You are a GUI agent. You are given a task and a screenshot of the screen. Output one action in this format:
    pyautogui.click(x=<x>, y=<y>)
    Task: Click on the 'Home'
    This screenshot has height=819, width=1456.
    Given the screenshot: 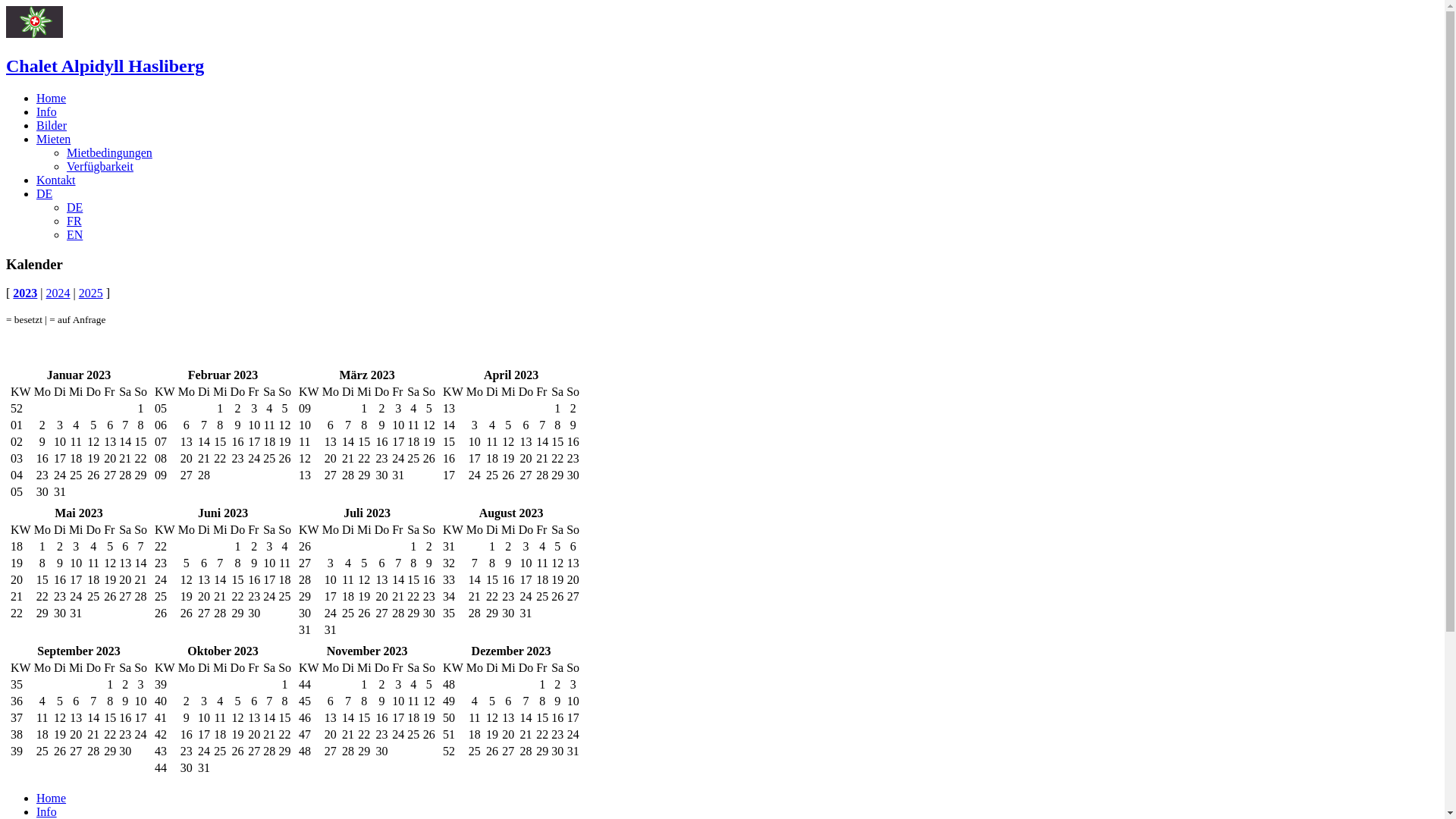 What is the action you would take?
    pyautogui.click(x=51, y=98)
    